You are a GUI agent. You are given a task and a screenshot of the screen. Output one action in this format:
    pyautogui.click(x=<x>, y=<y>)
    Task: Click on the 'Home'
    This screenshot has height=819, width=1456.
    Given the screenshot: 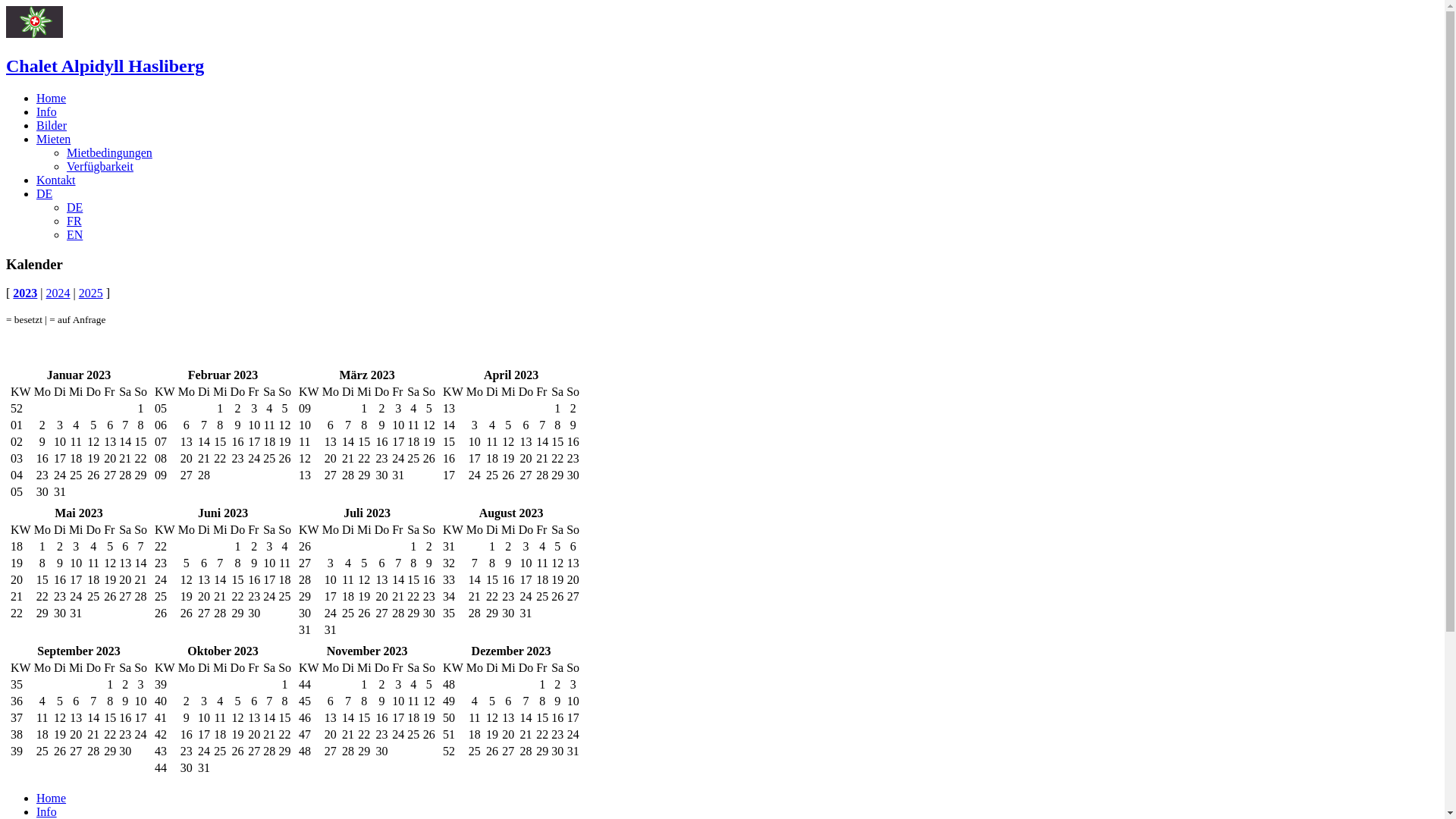 What is the action you would take?
    pyautogui.click(x=51, y=98)
    